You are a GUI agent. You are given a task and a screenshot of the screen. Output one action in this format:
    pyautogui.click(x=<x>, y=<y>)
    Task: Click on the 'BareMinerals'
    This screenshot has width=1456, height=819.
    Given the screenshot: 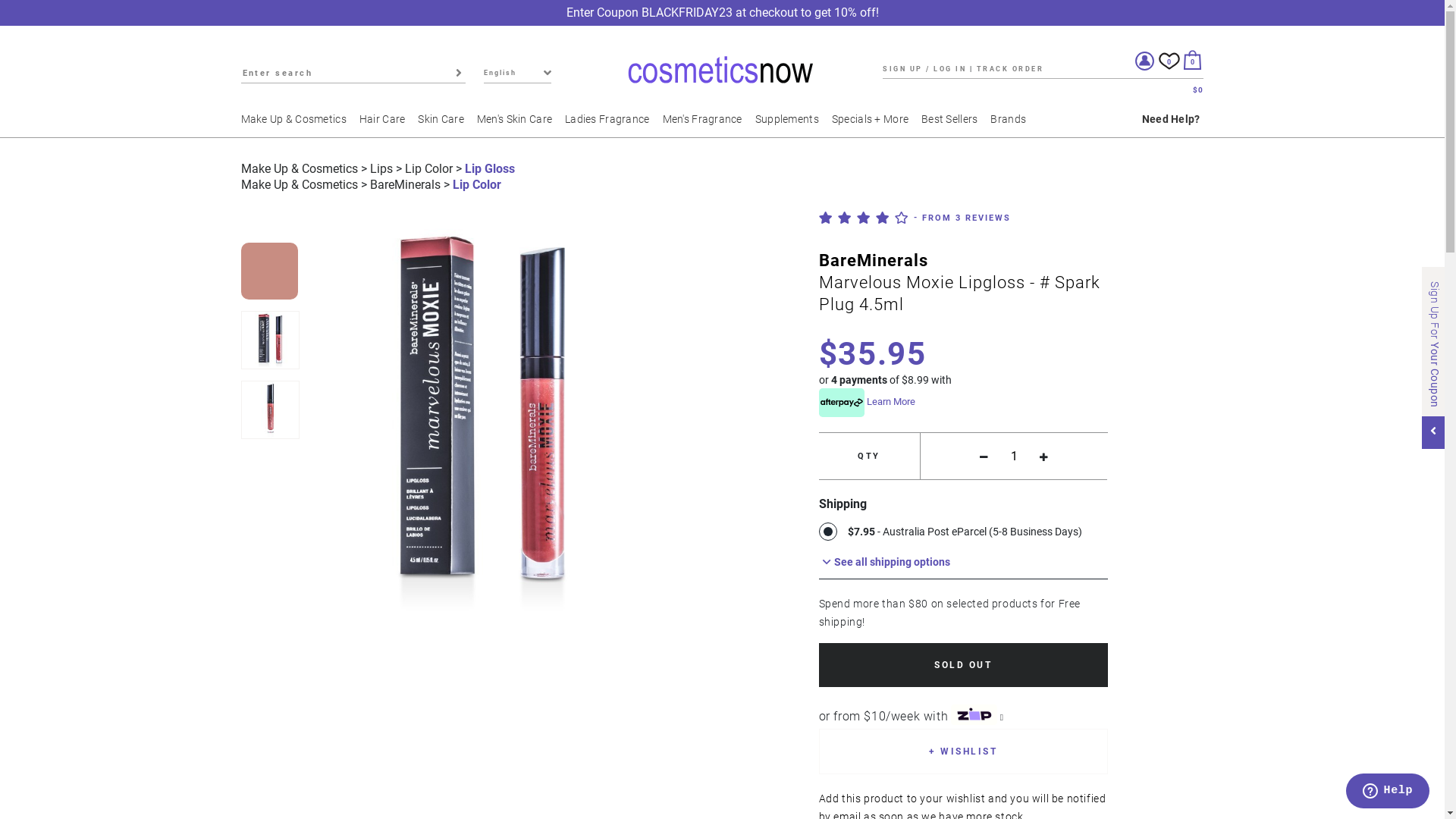 What is the action you would take?
    pyautogui.click(x=405, y=184)
    